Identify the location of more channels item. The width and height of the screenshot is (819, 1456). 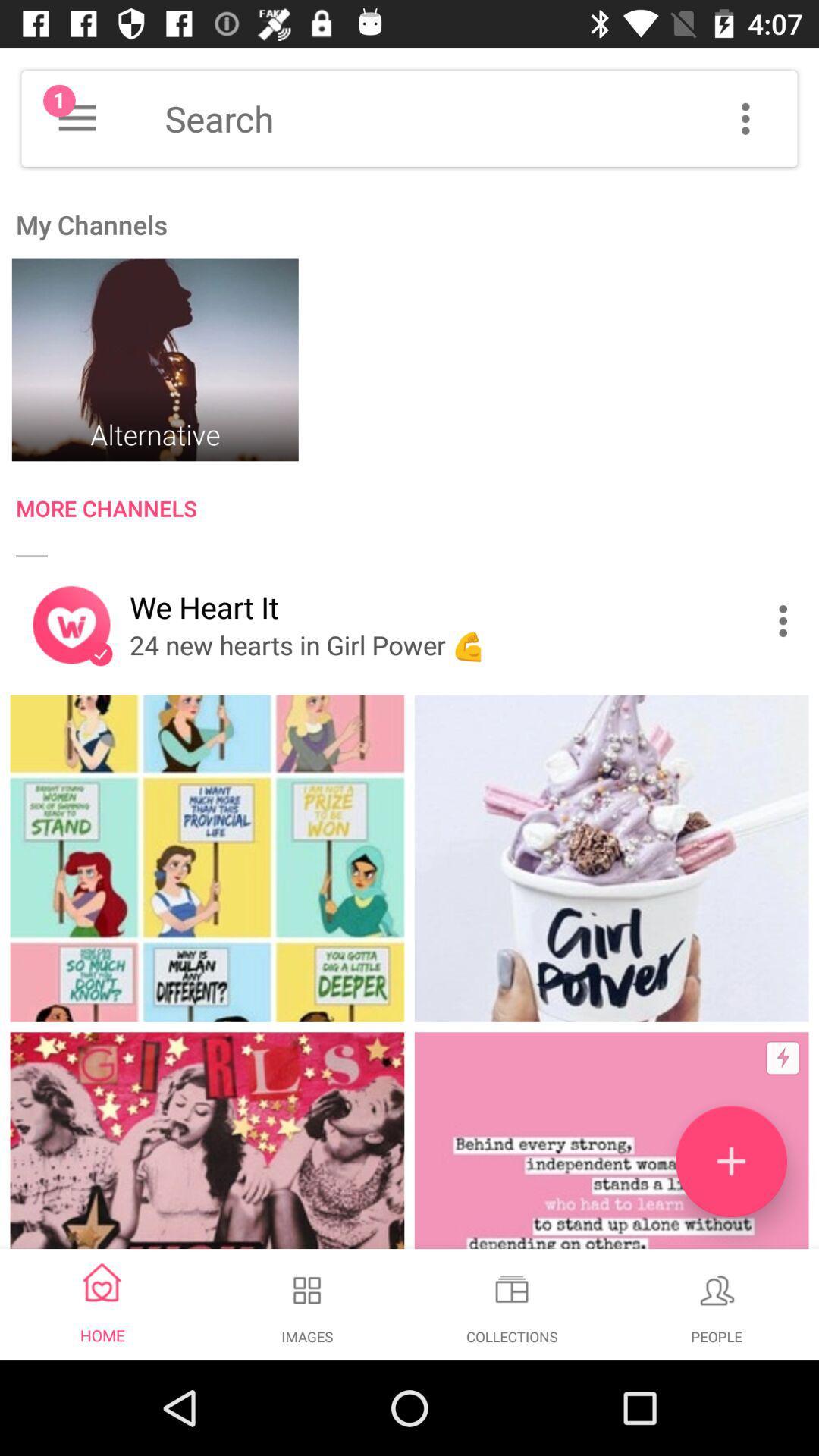
(417, 512).